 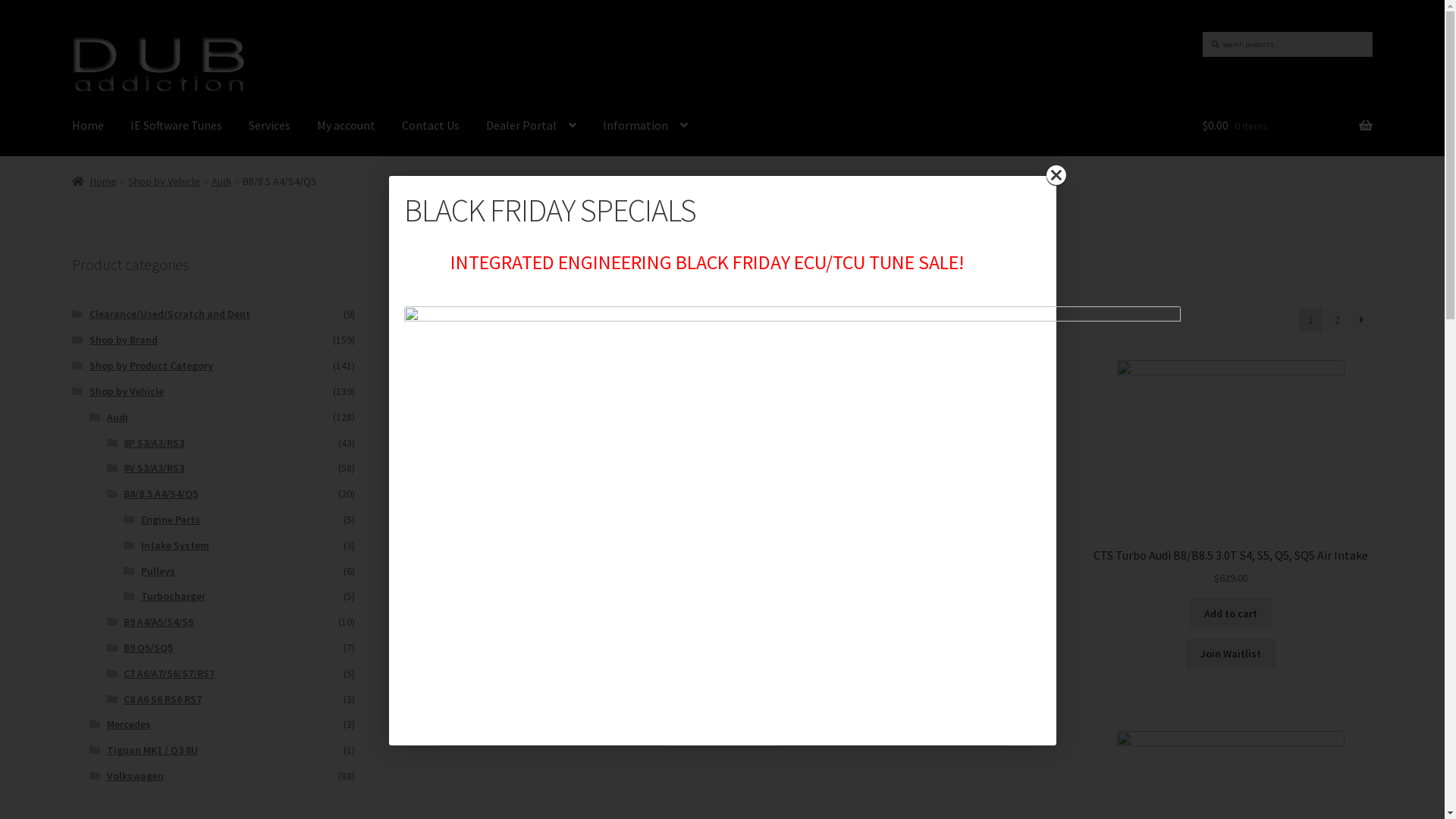 I want to click on 'Shop by Product Category', so click(x=151, y=366).